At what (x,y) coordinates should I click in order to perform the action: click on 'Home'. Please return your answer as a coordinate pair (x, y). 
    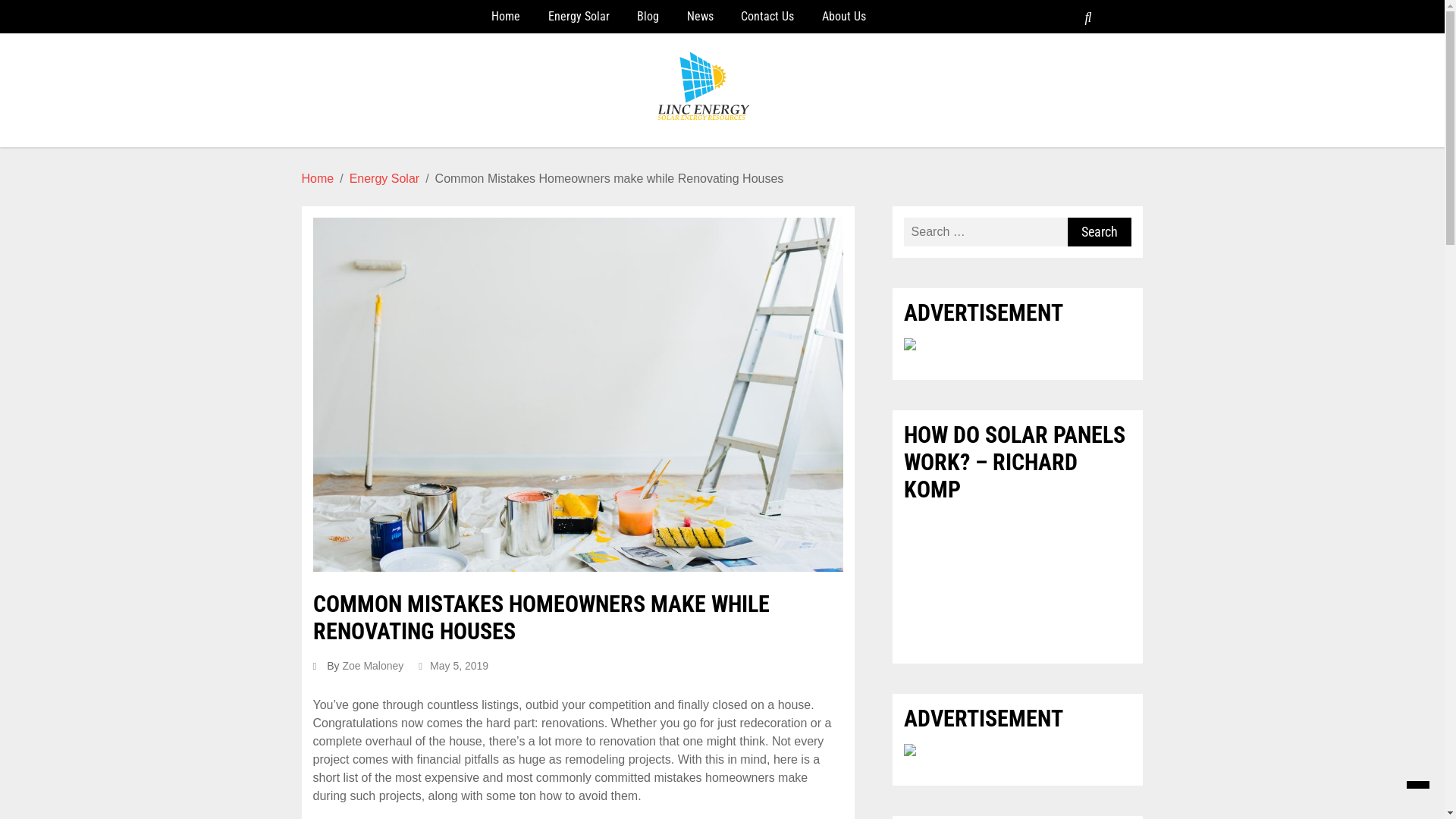
    Looking at the image, I should click on (317, 177).